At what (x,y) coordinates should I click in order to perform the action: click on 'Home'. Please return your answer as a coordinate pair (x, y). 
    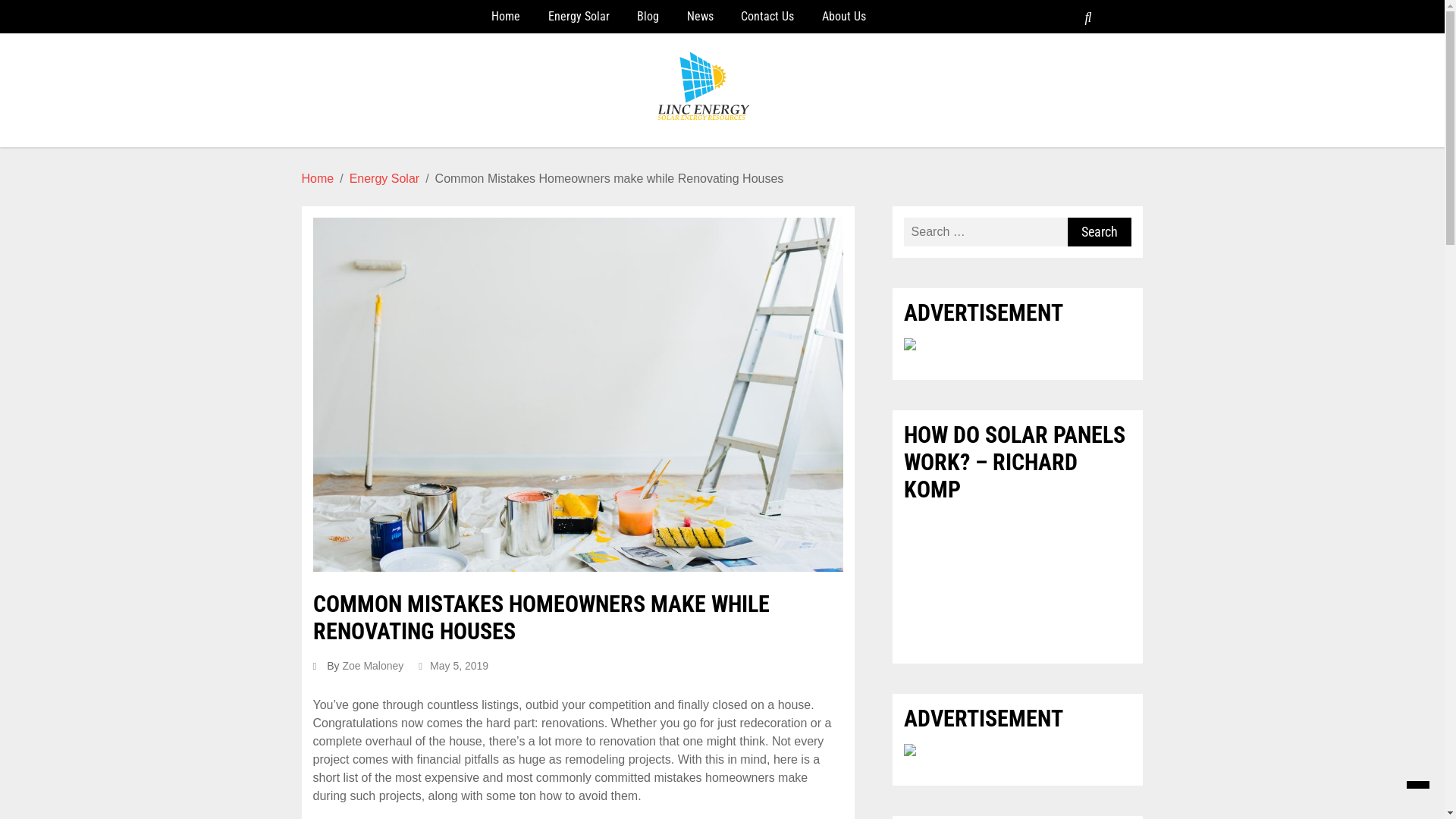
    Looking at the image, I should click on (317, 177).